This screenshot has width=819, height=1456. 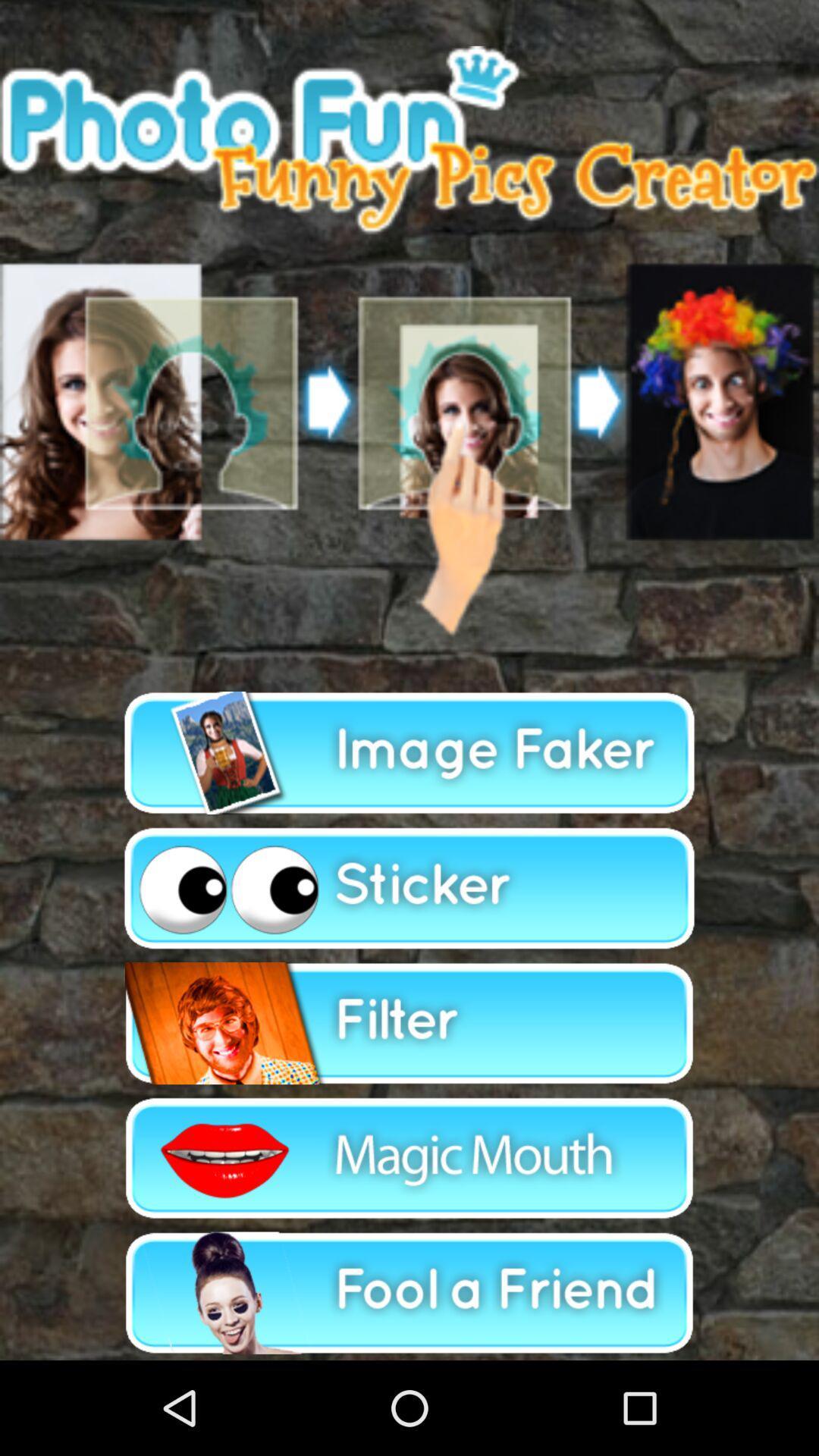 I want to click on image faker button, so click(x=409, y=753).